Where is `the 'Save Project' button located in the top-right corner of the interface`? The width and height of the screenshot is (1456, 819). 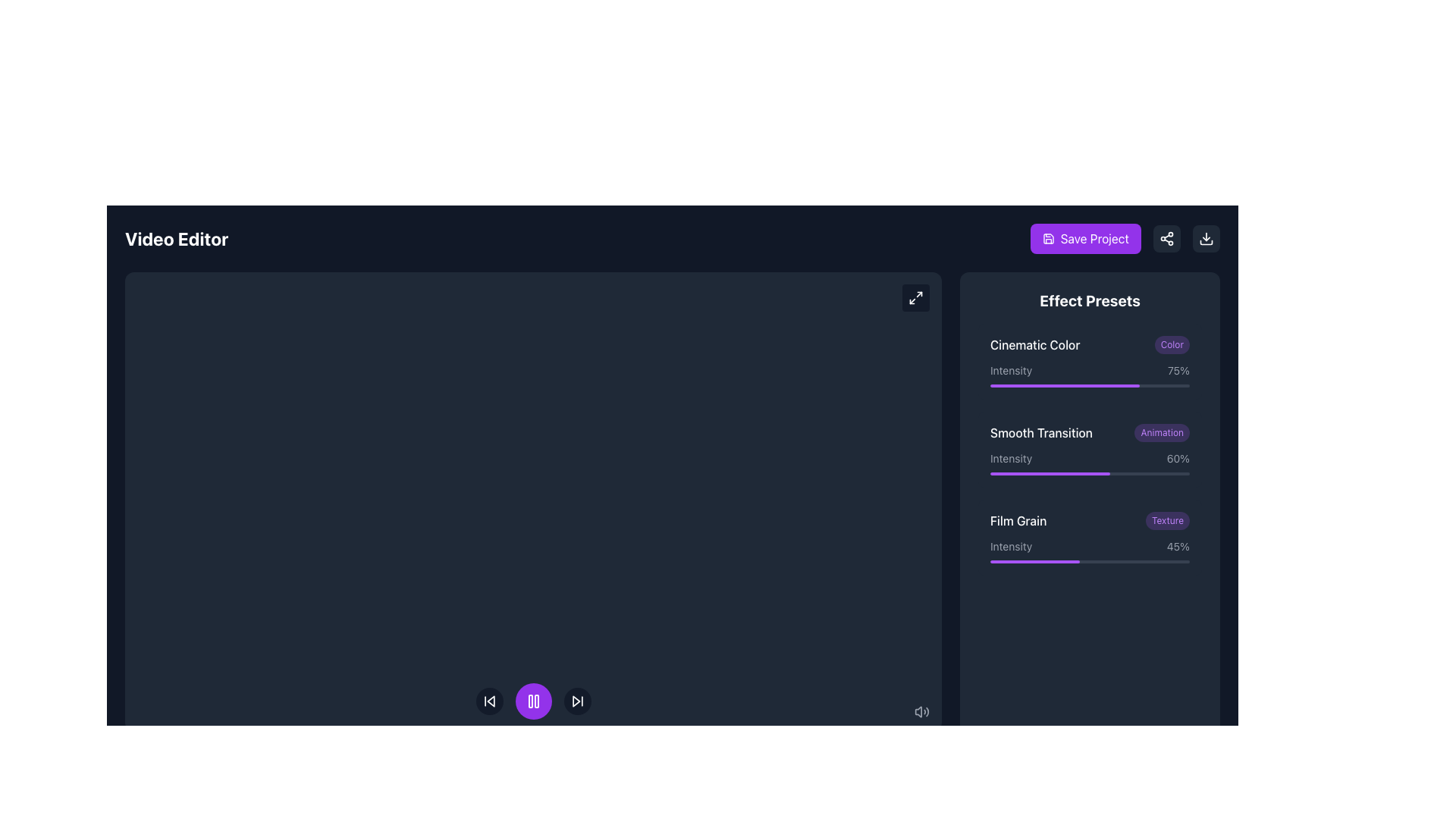
the 'Save Project' button located in the top-right corner of the interface is located at coordinates (1125, 239).